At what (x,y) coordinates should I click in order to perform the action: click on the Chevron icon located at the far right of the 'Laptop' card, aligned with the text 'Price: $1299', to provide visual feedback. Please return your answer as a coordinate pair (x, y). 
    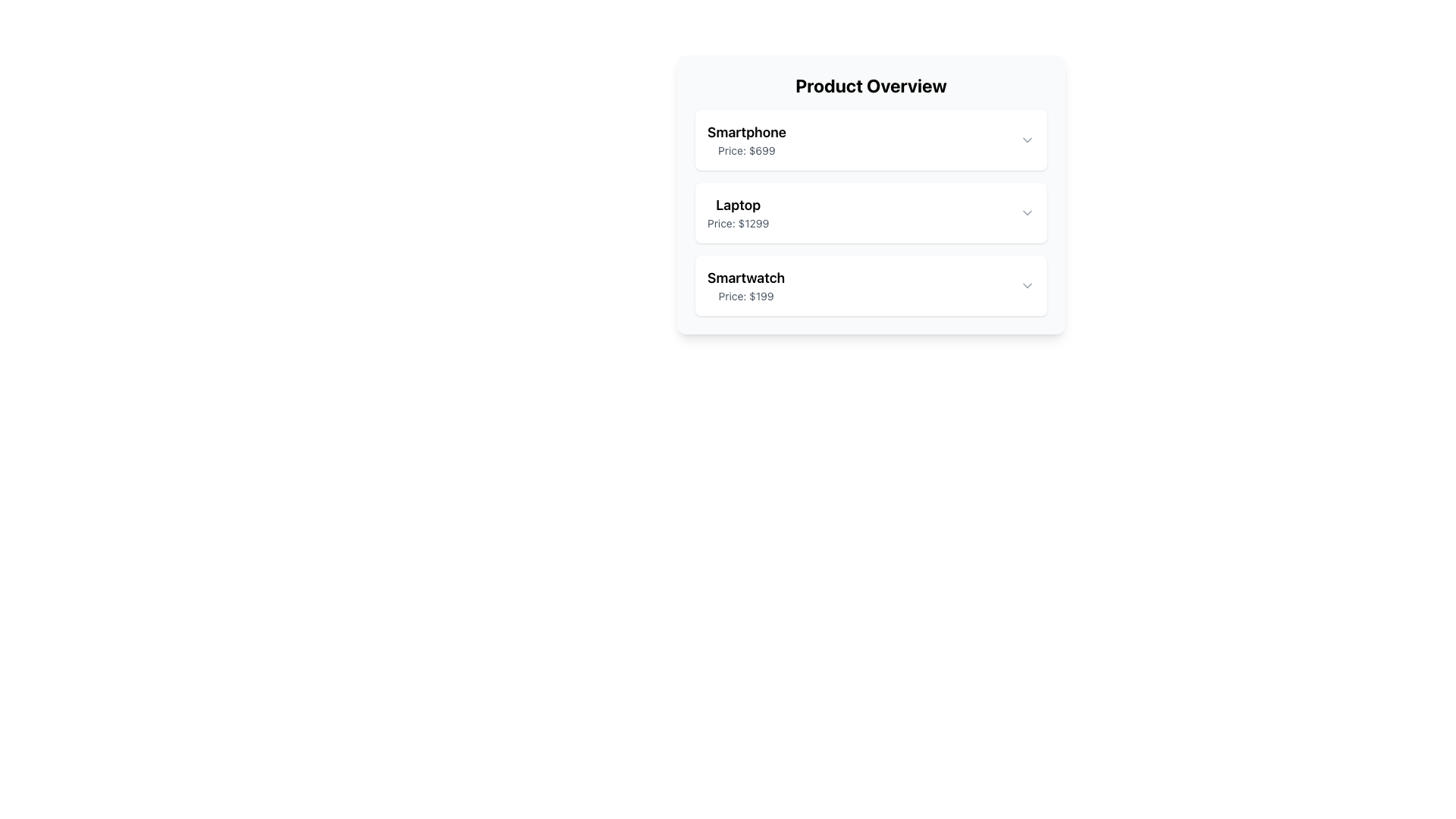
    Looking at the image, I should click on (1027, 213).